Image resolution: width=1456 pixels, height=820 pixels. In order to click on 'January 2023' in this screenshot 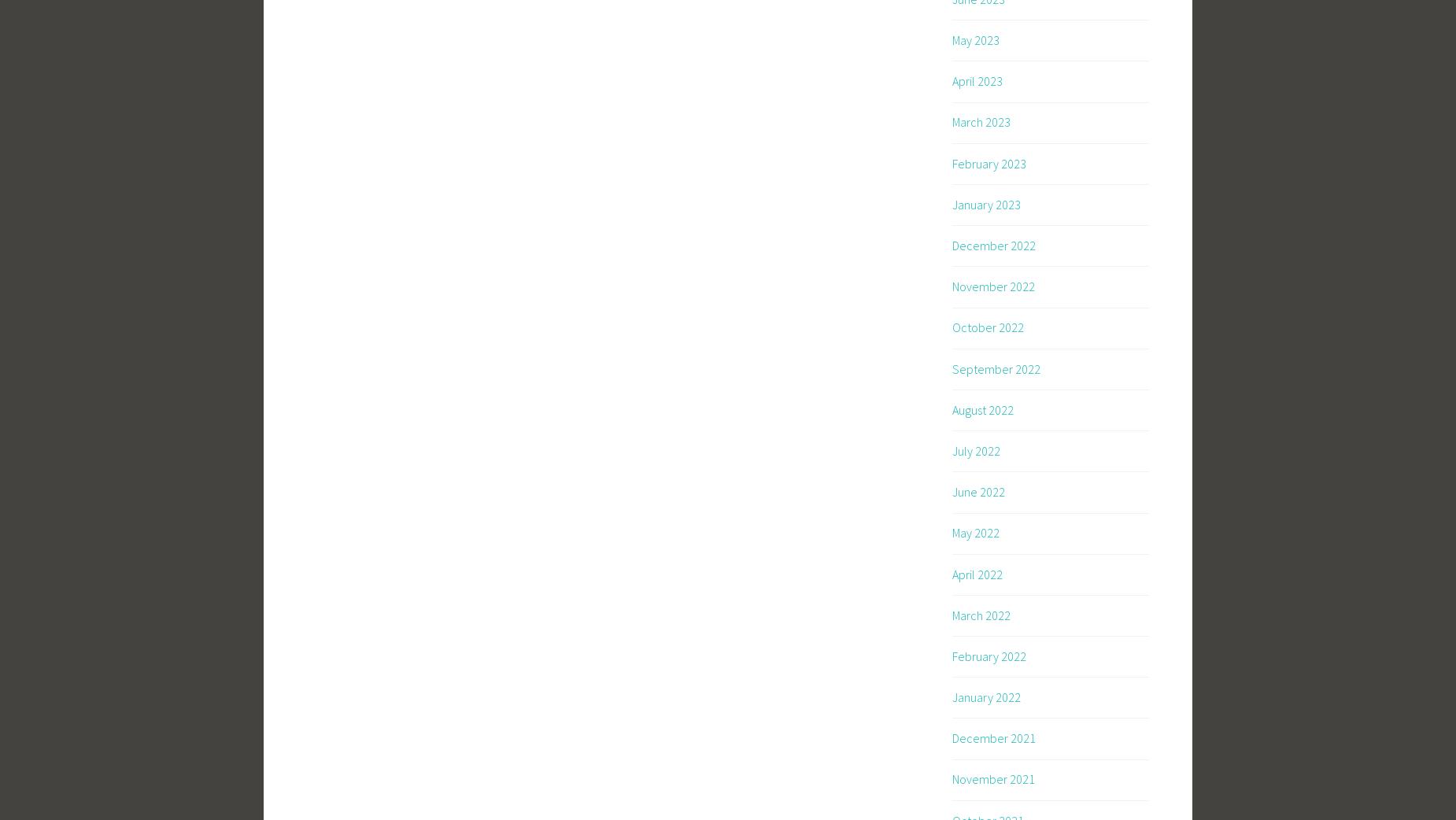, I will do `click(985, 203)`.